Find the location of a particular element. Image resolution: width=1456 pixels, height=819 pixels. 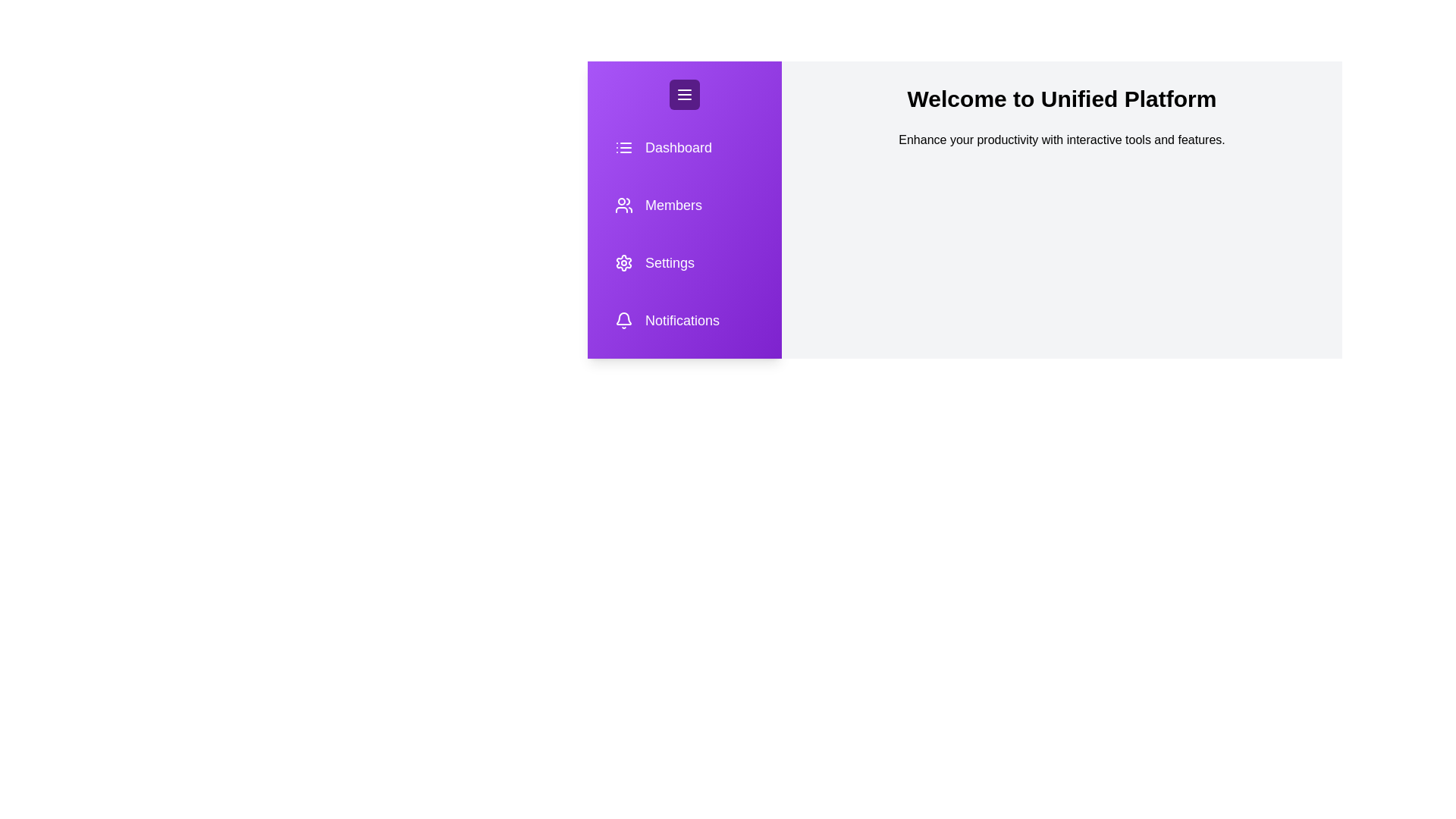

the menu button to toggle the sidebar is located at coordinates (683, 94).